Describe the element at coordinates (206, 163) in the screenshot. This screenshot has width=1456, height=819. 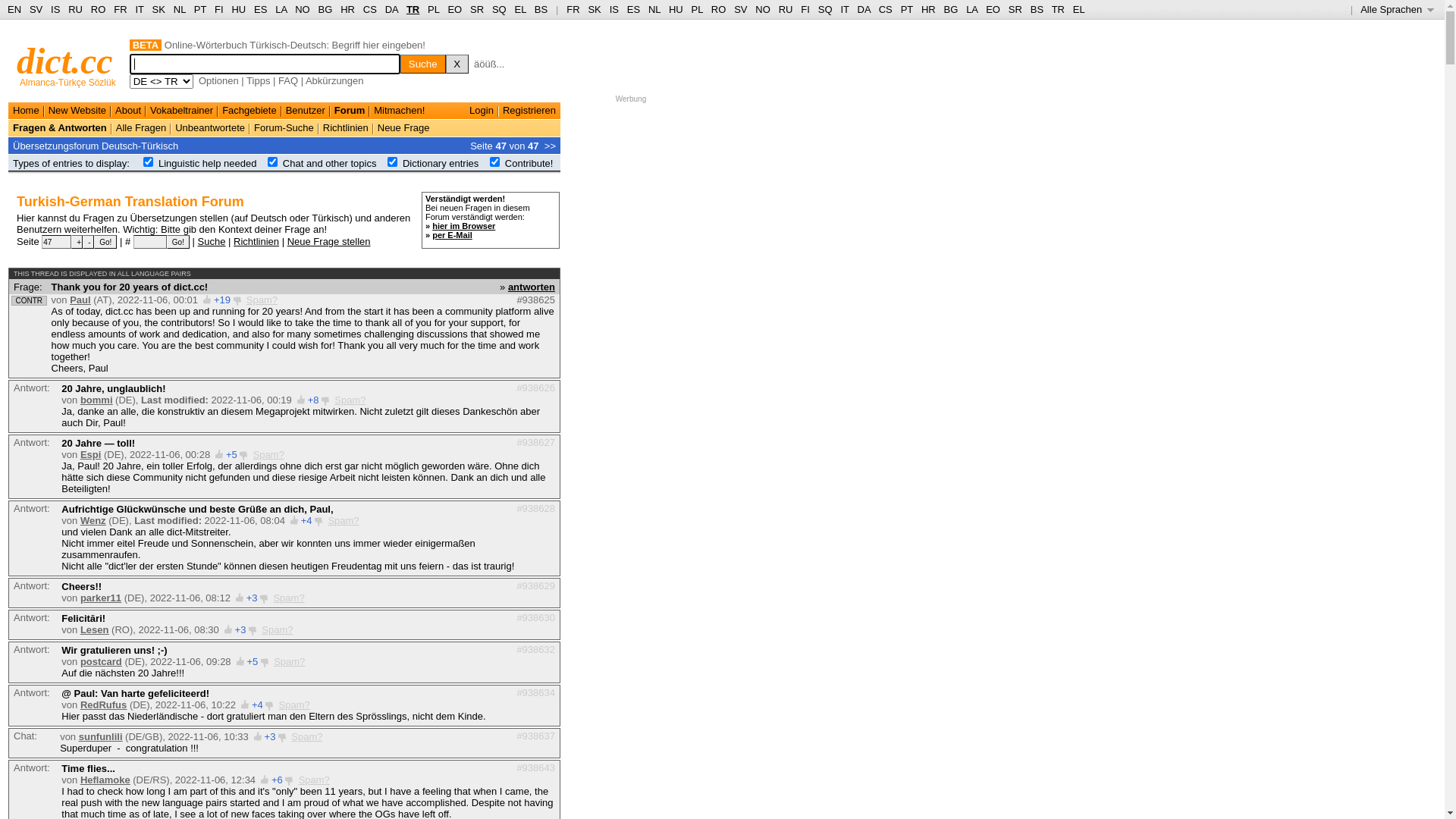
I see `'Linguistic help needed'` at that location.